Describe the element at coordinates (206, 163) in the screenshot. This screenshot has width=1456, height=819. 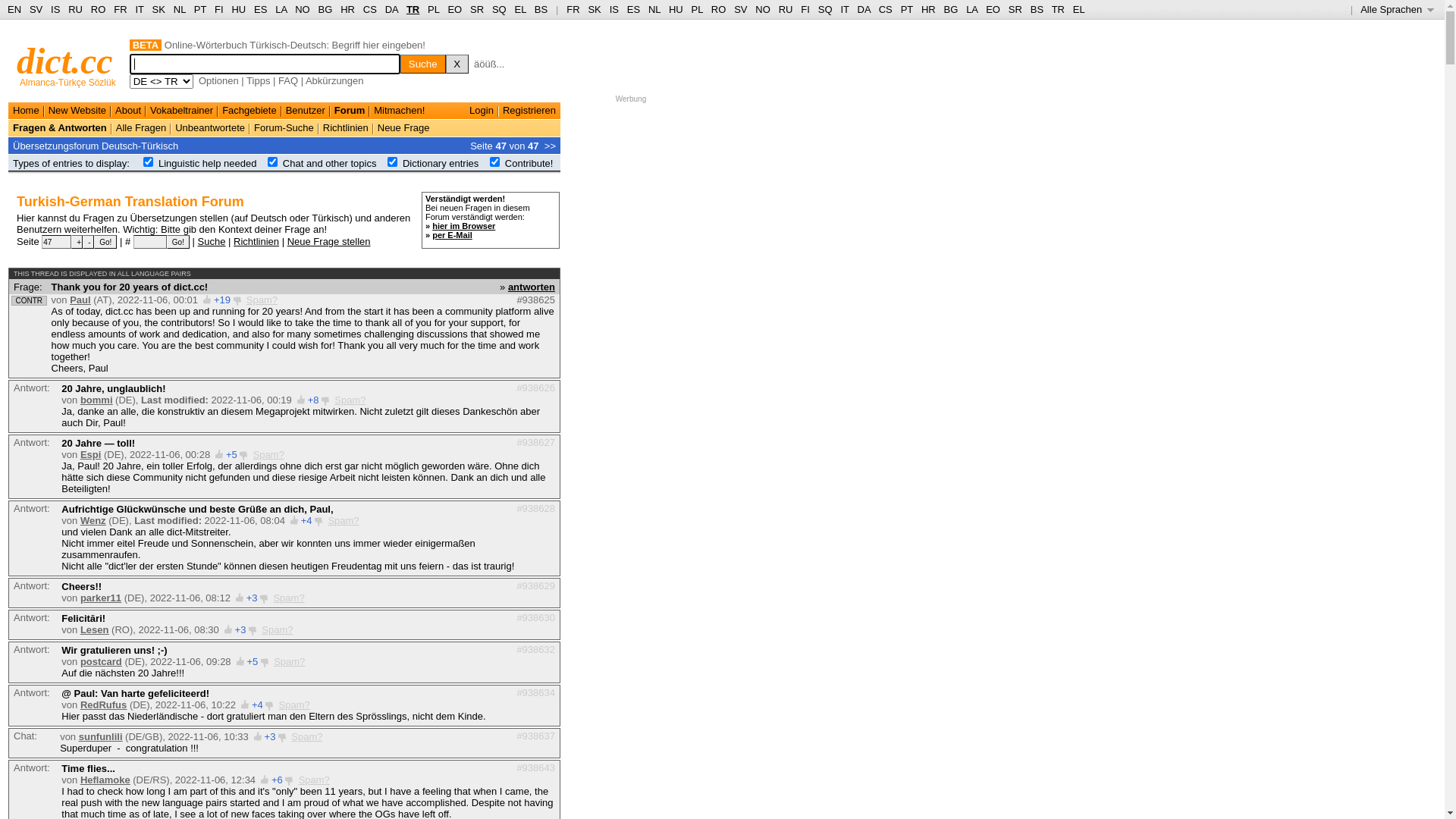
I see `'Linguistic help needed'` at that location.